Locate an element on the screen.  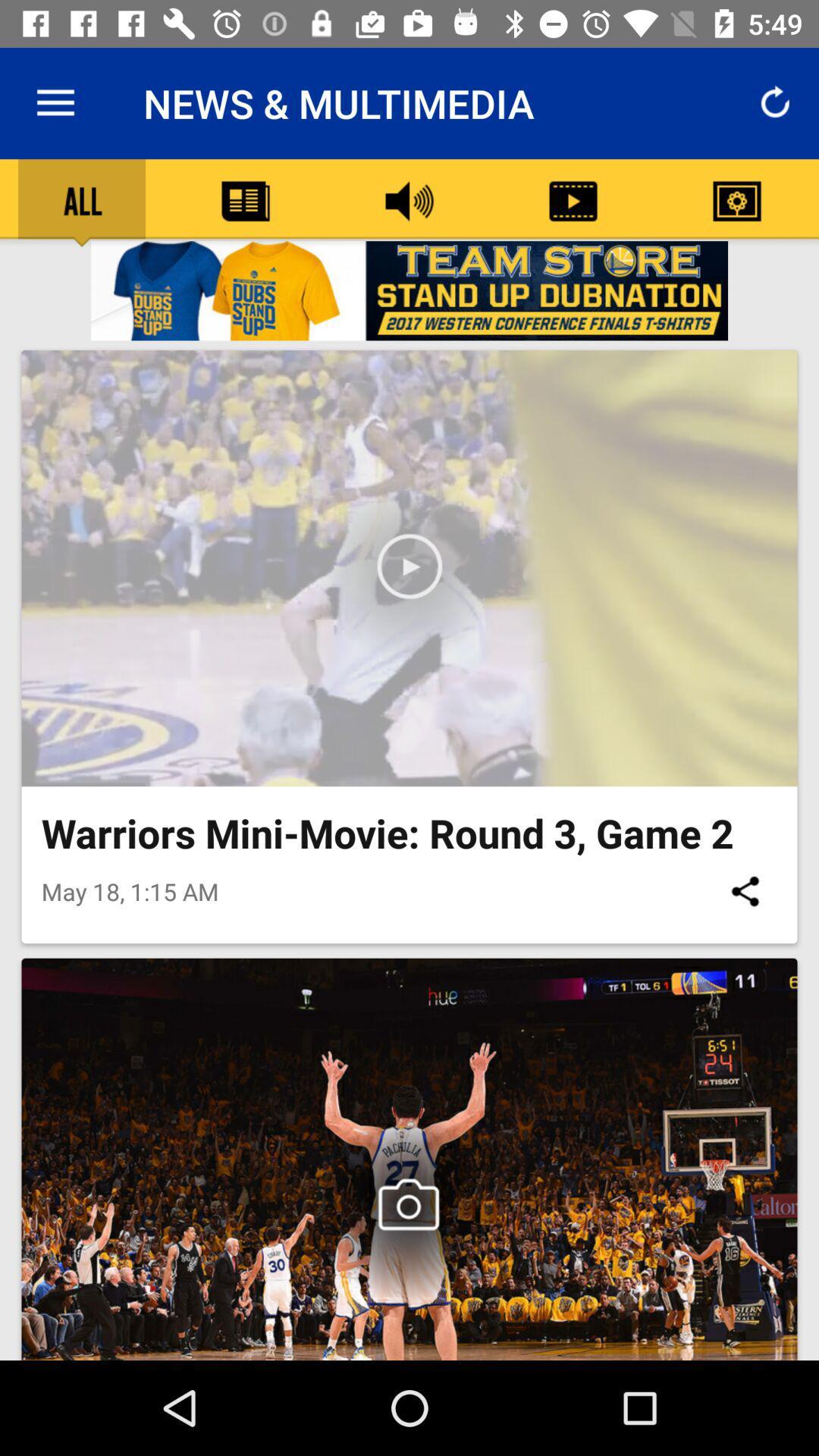
item next to the news & multimedia icon is located at coordinates (55, 102).